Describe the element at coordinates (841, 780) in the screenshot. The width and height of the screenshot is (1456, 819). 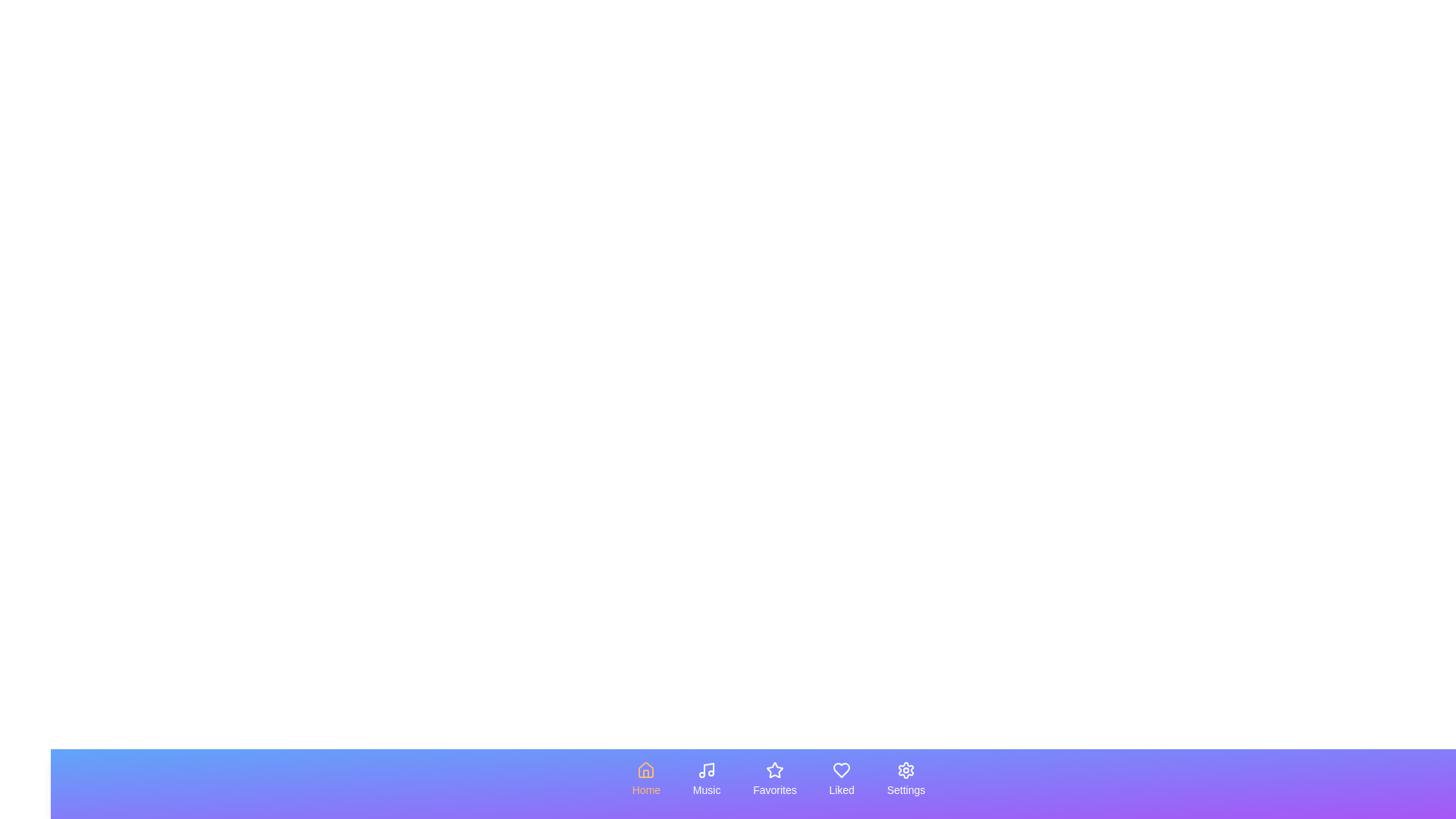
I see `the tab labeled Liked by clicking on its icon or label` at that location.